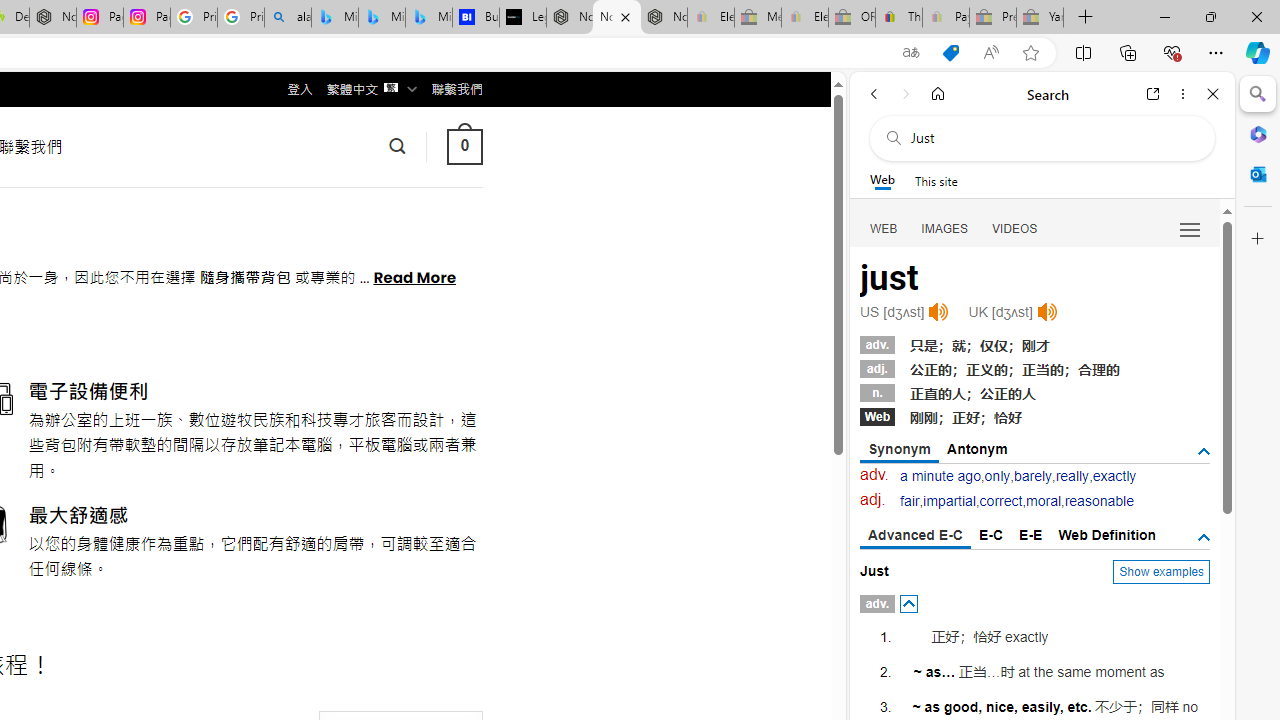 This screenshot has width=1280, height=720. What do you see at coordinates (939, 476) in the screenshot?
I see `'a minute ago'` at bounding box center [939, 476].